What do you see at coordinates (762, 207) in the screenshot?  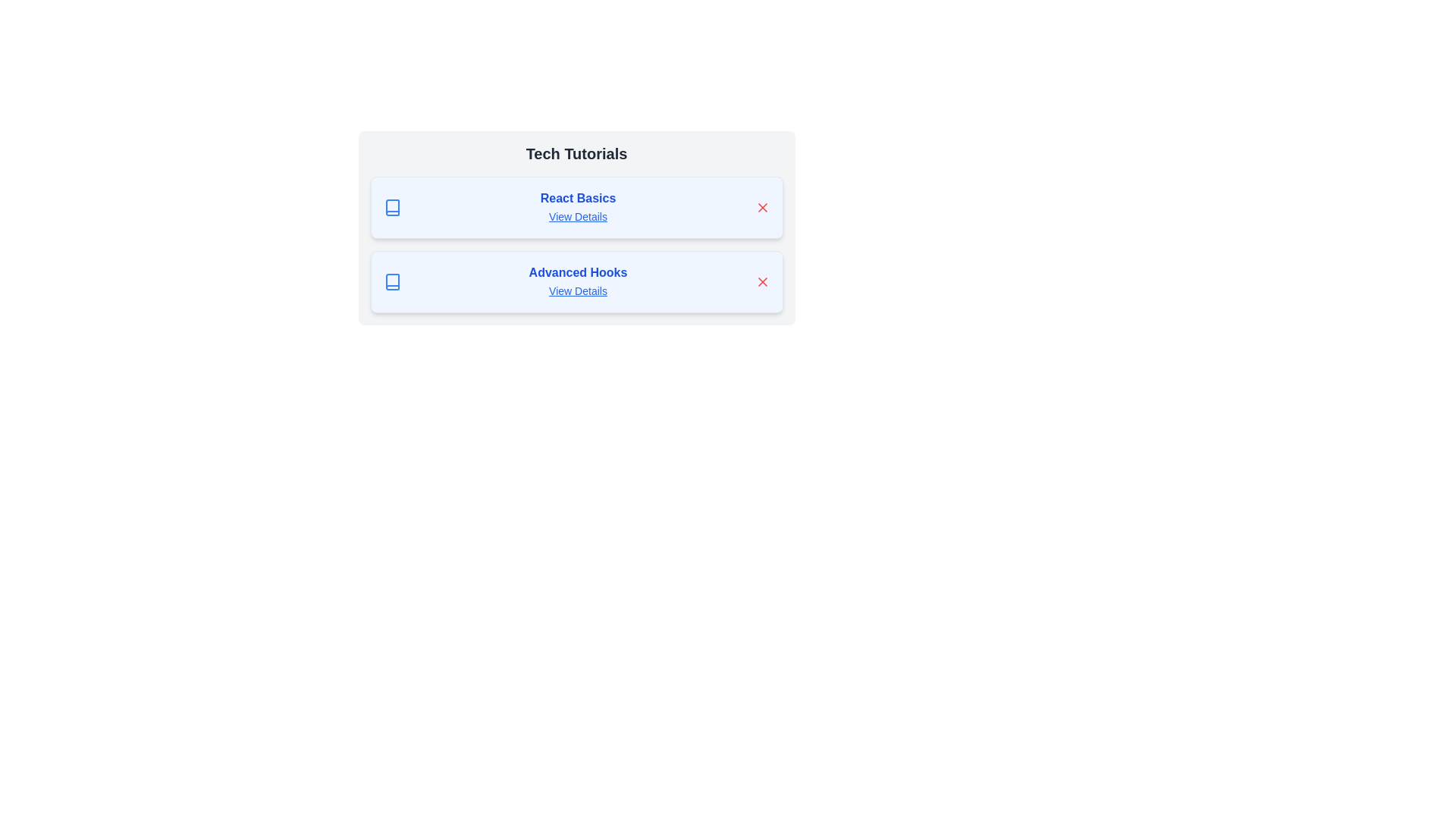 I see `the chip labeled React Basics by clicking its corresponding 'X' button` at bounding box center [762, 207].